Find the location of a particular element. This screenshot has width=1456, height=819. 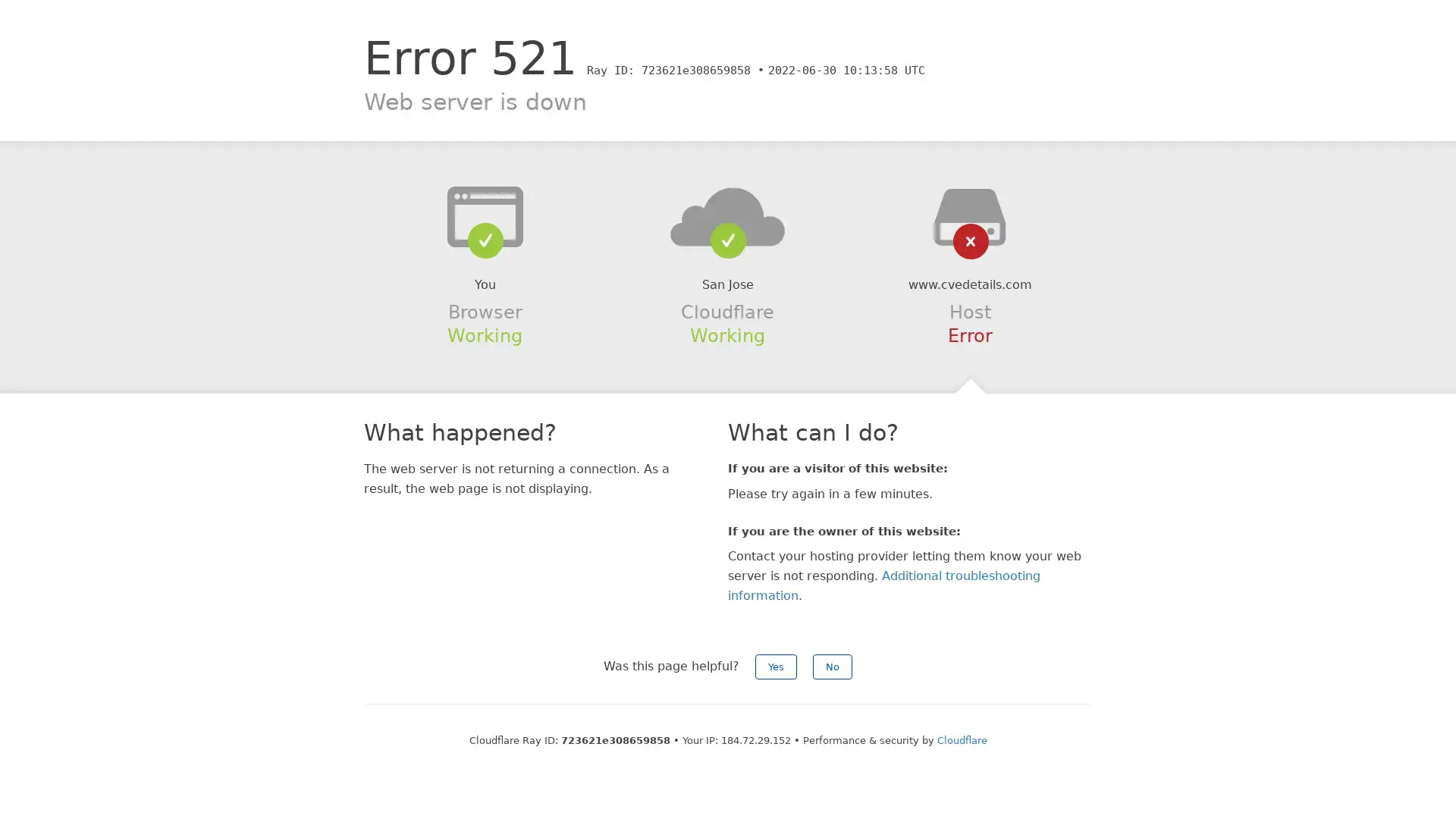

No is located at coordinates (832, 666).